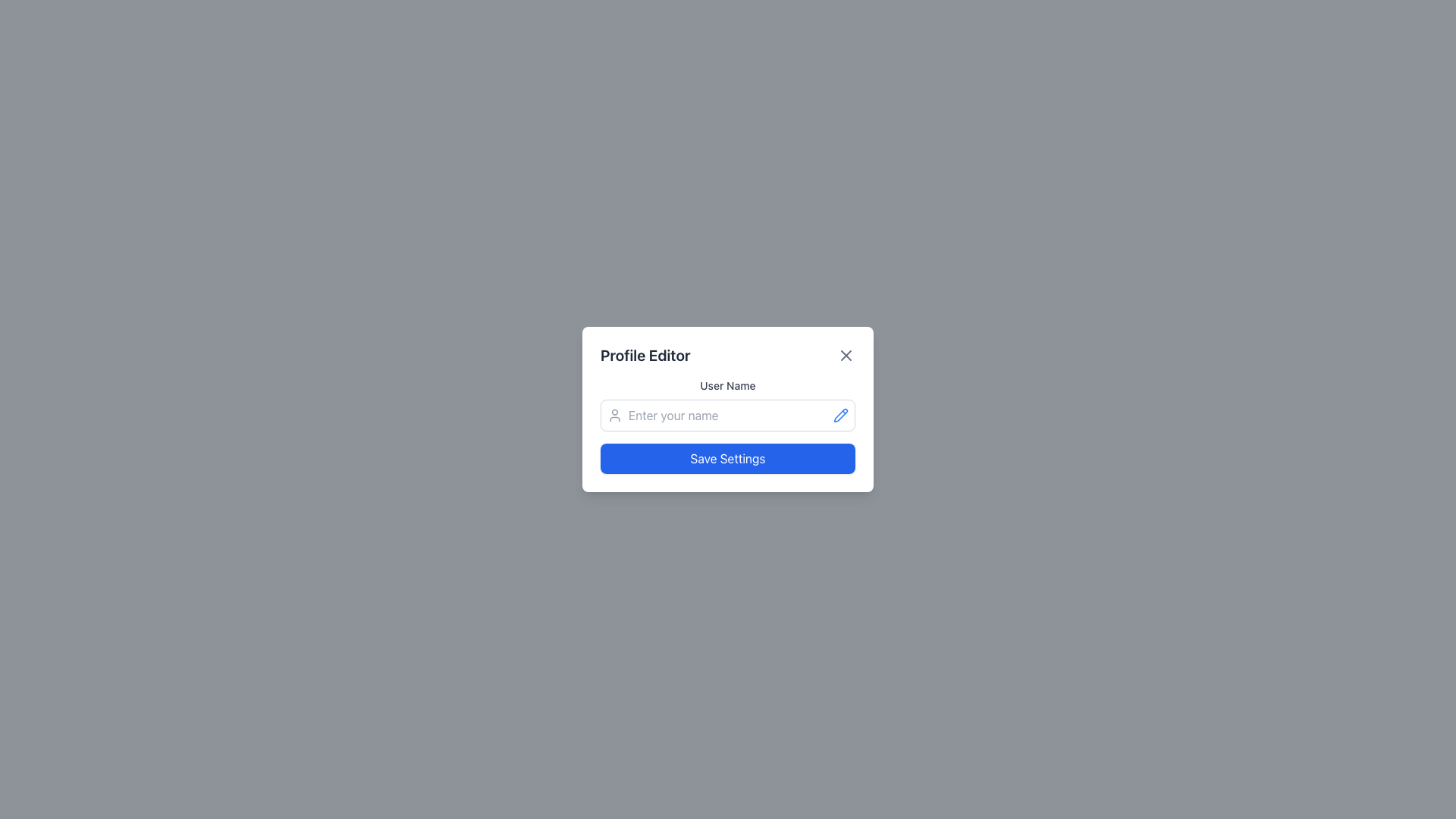  Describe the element at coordinates (728, 458) in the screenshot. I see `the rectangular button with rounded corners and blue background labeled 'Save Settings'` at that location.